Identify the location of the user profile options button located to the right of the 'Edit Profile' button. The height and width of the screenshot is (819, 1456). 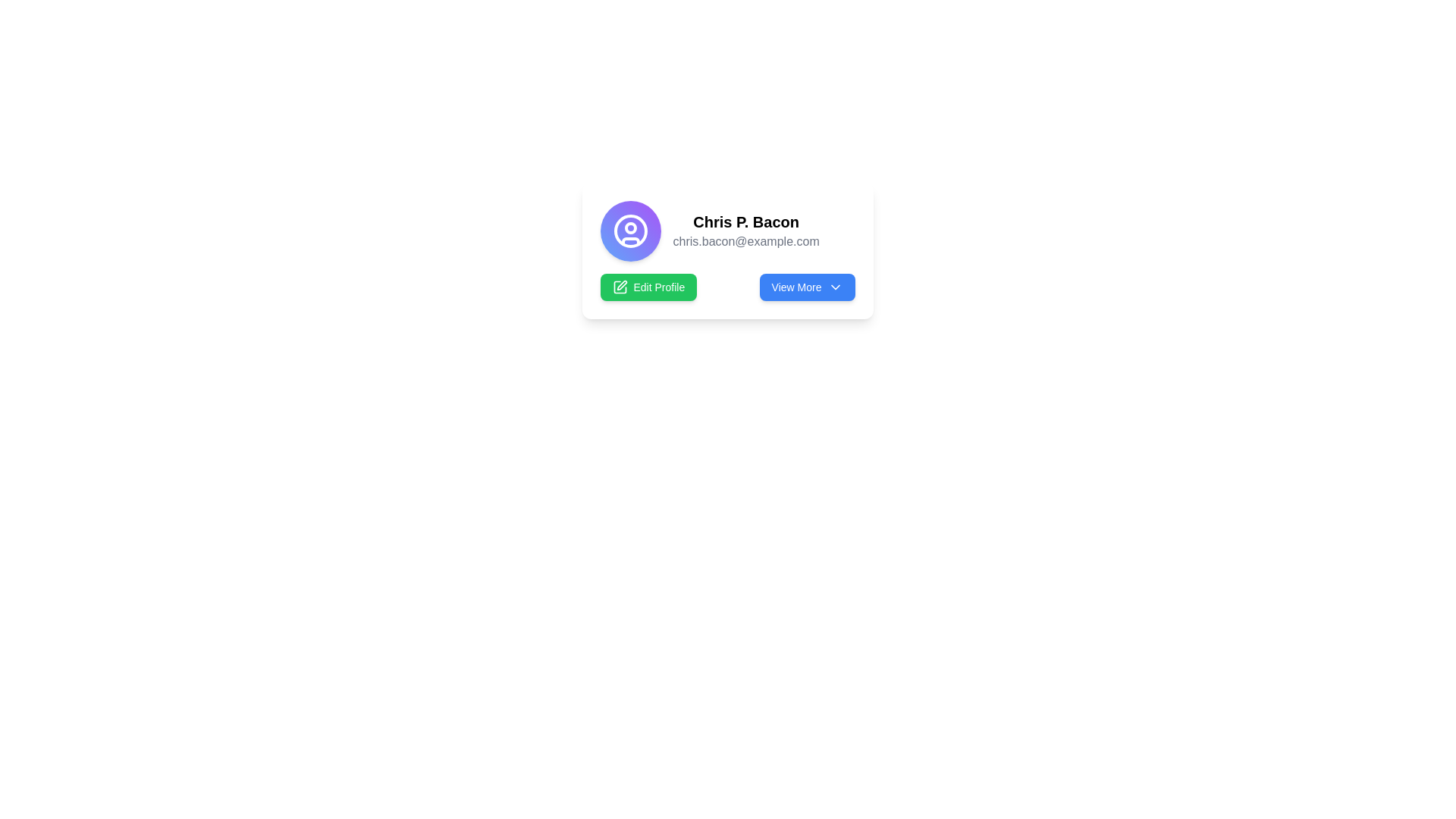
(806, 287).